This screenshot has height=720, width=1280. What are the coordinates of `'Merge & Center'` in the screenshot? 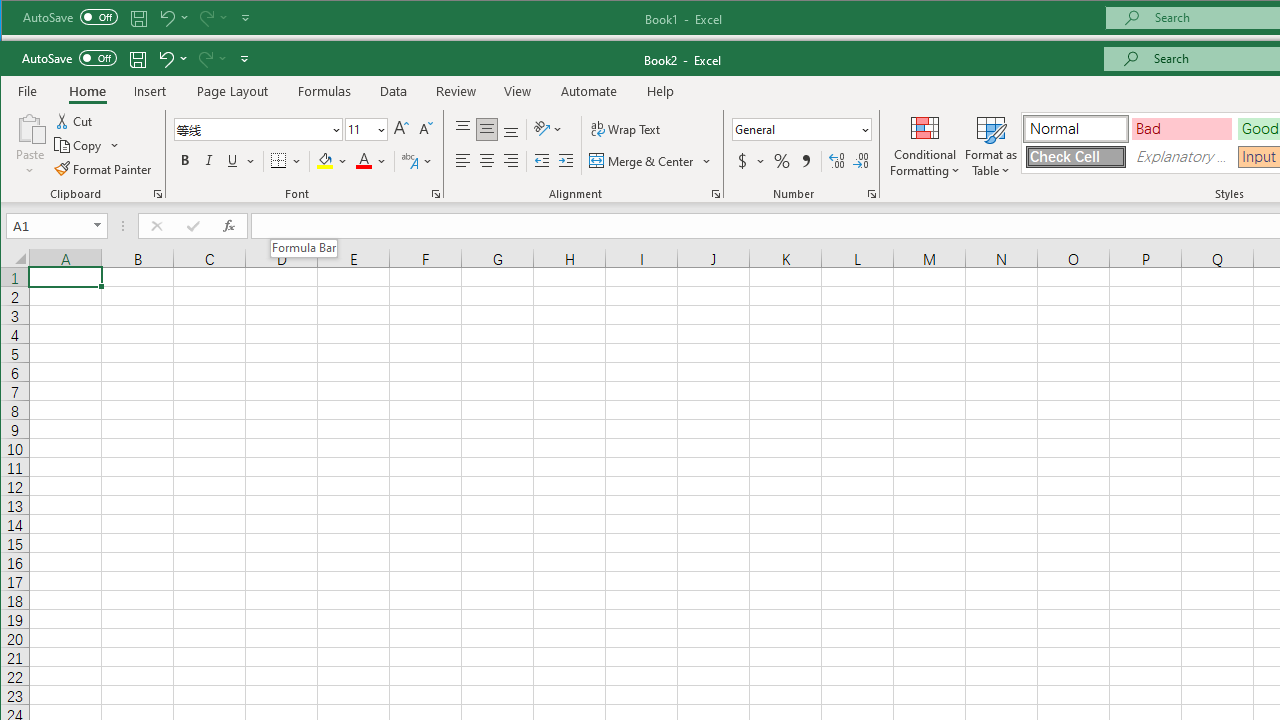 It's located at (650, 160).